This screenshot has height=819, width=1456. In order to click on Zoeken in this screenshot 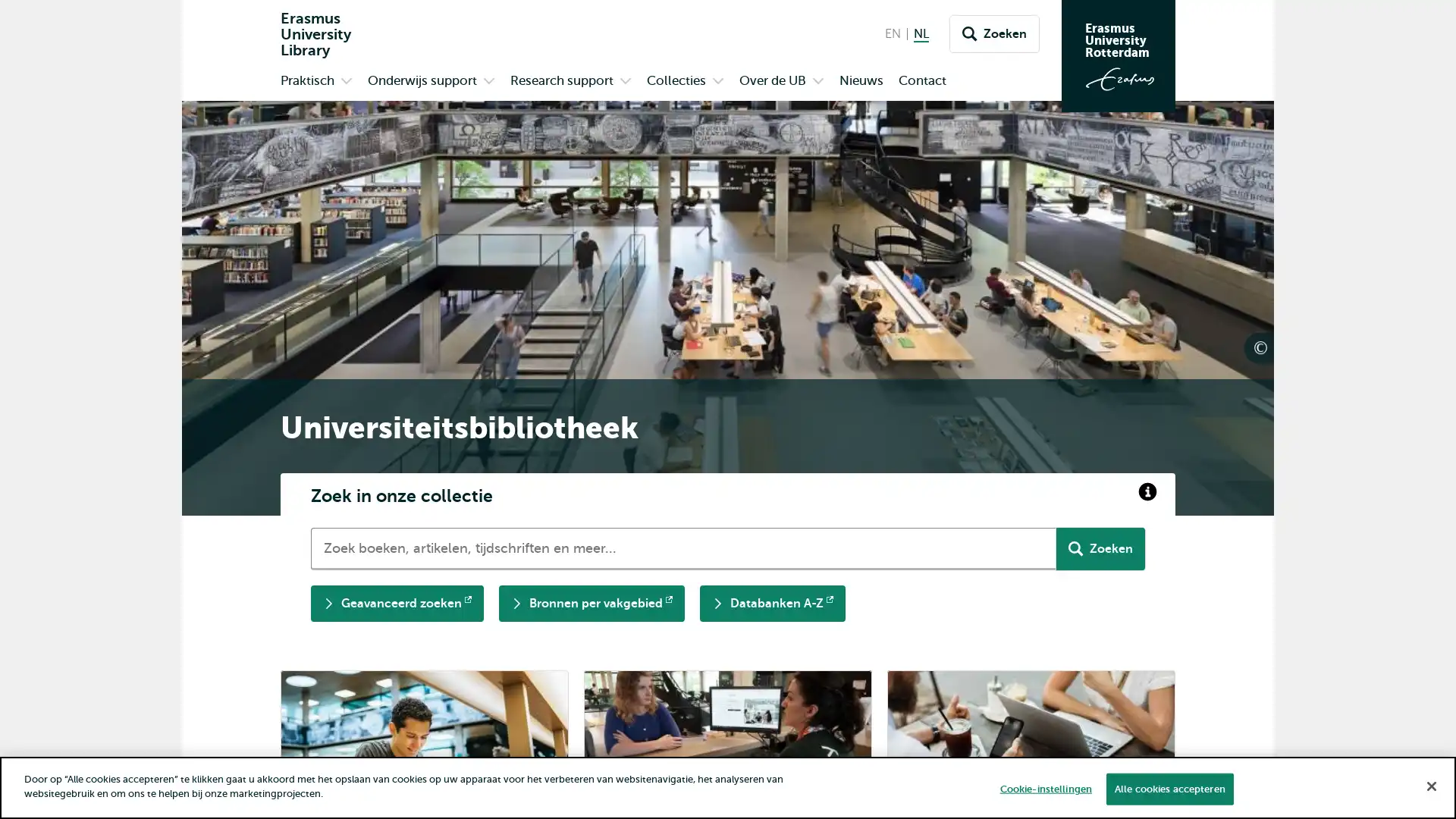, I will do `click(1100, 550)`.